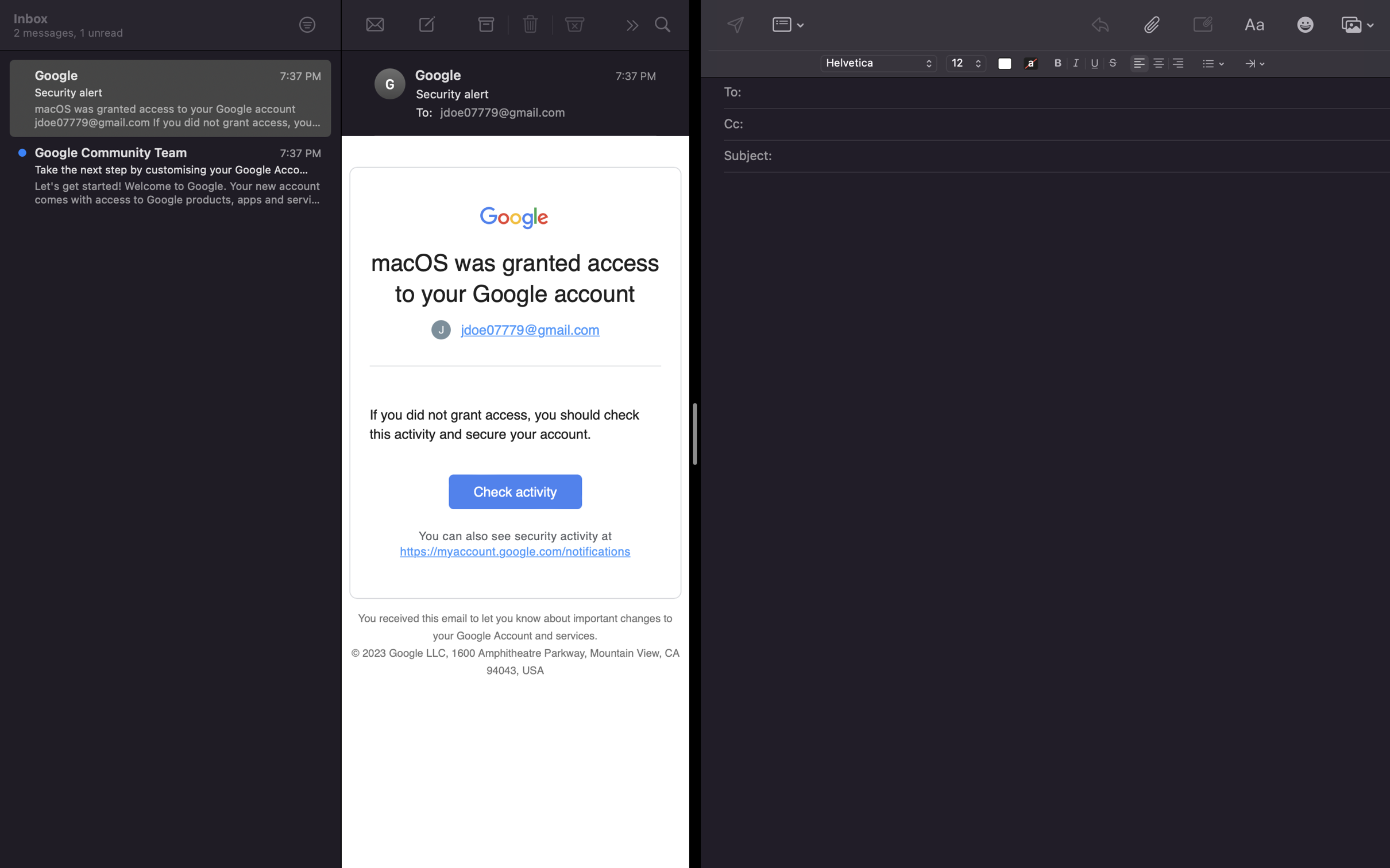 The width and height of the screenshot is (1390, 868). I want to click on the writing size to 18pts, so click(966, 64).